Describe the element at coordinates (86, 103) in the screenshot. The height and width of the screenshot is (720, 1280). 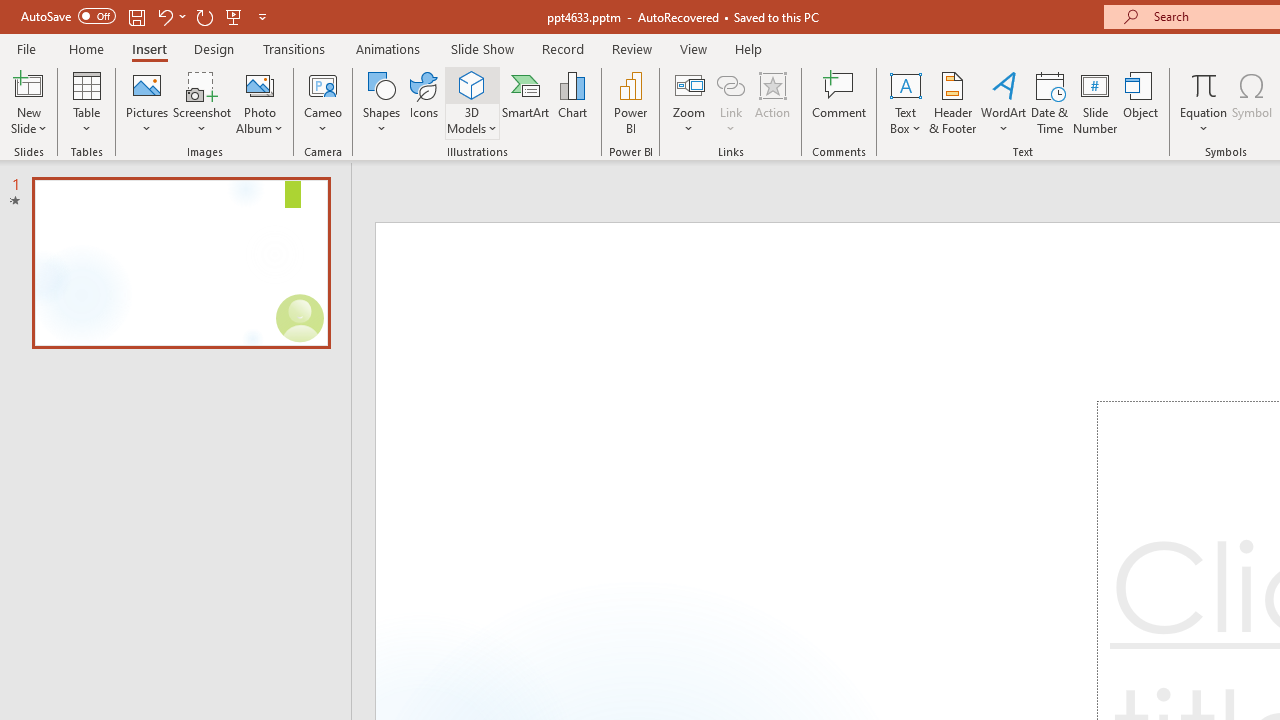
I see `'Table'` at that location.